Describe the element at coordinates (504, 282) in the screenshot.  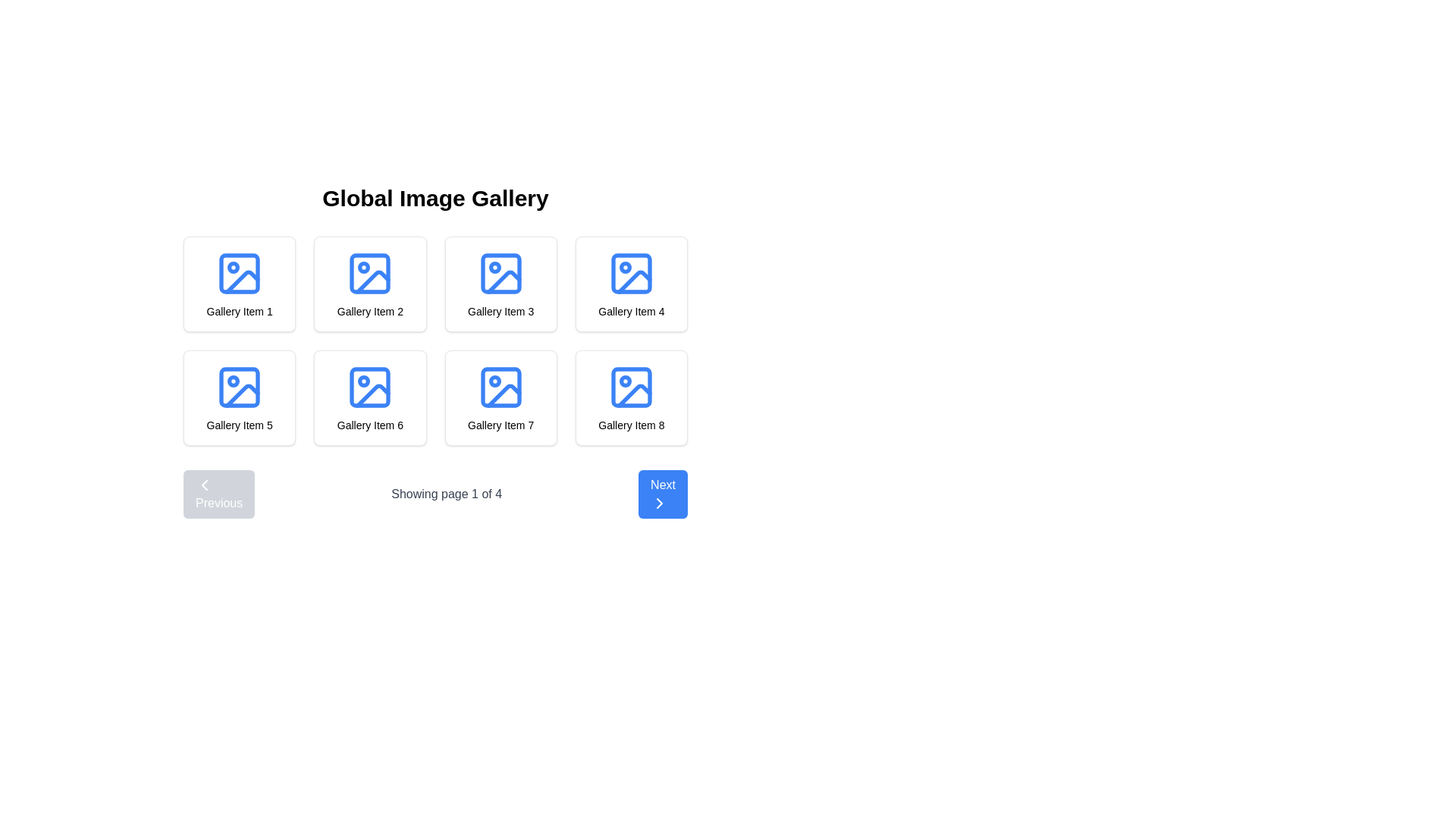
I see `triangular line shape element that is part of the SVG icon in the third tile of the first row of the image gallery grid` at that location.